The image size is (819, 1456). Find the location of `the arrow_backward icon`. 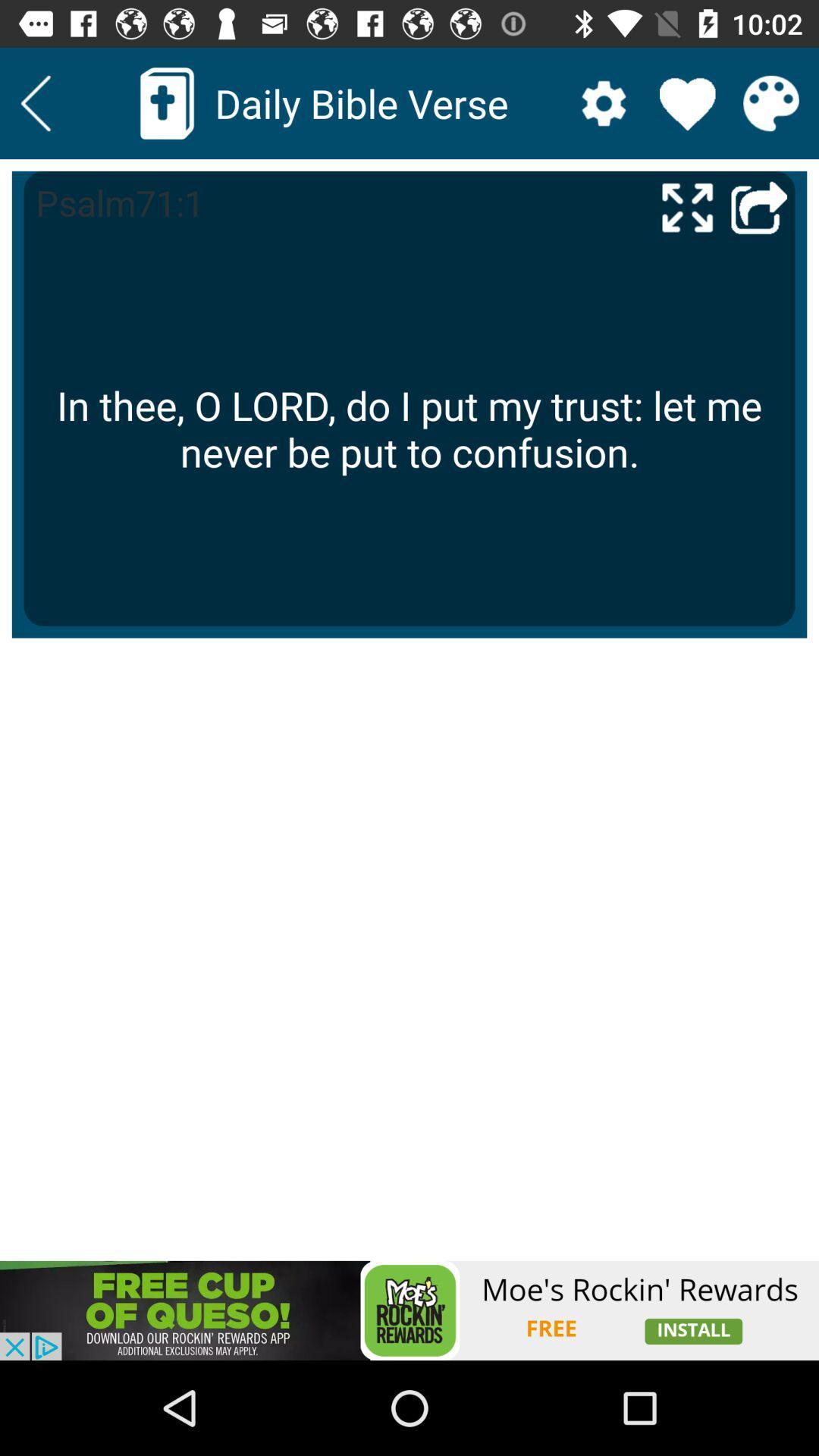

the arrow_backward icon is located at coordinates (35, 102).